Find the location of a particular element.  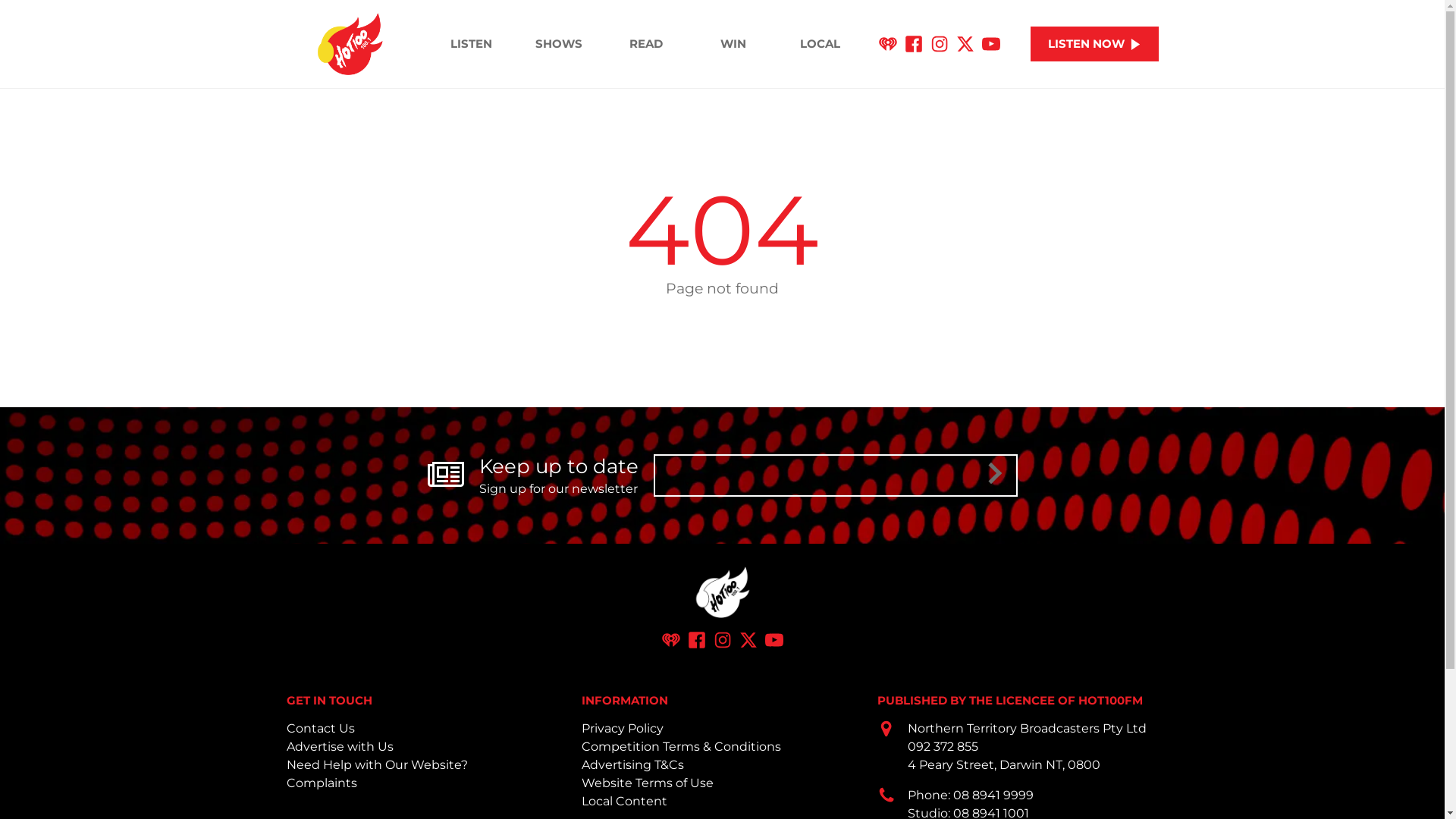

'SHOWS' is located at coordinates (557, 42).